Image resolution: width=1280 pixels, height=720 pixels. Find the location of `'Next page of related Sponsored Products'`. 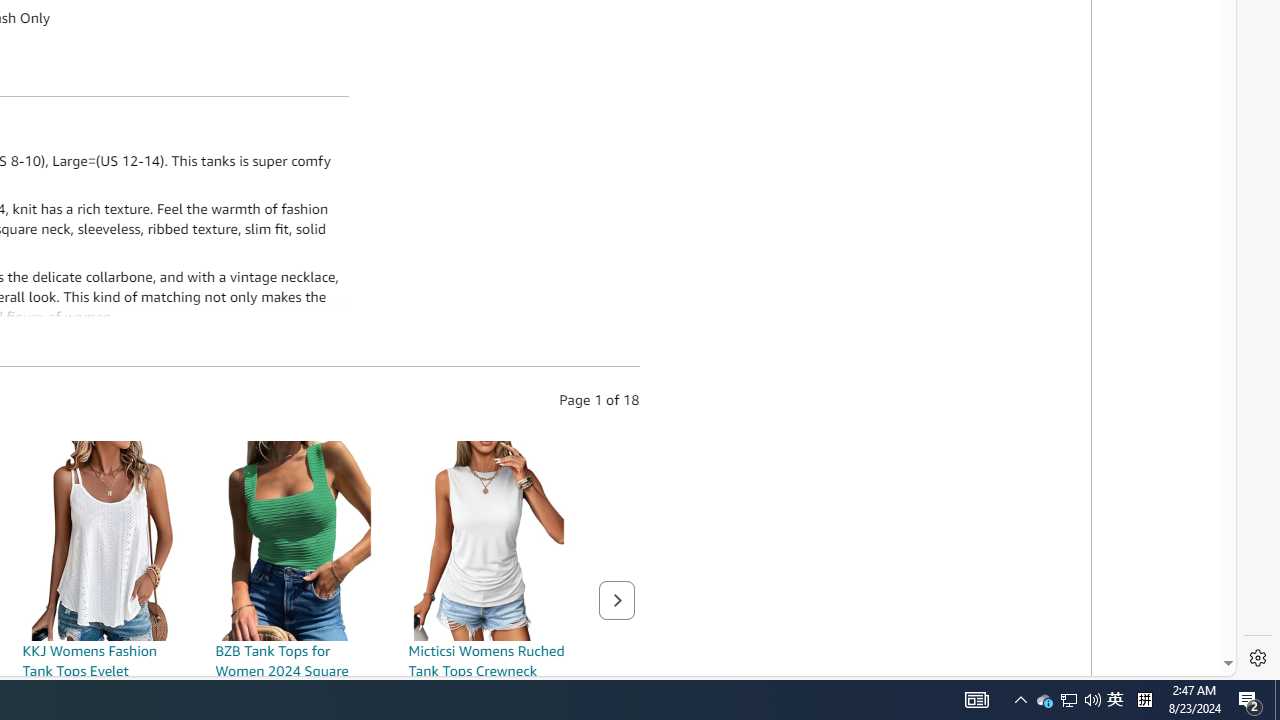

'Next page of related Sponsored Products' is located at coordinates (615, 599).